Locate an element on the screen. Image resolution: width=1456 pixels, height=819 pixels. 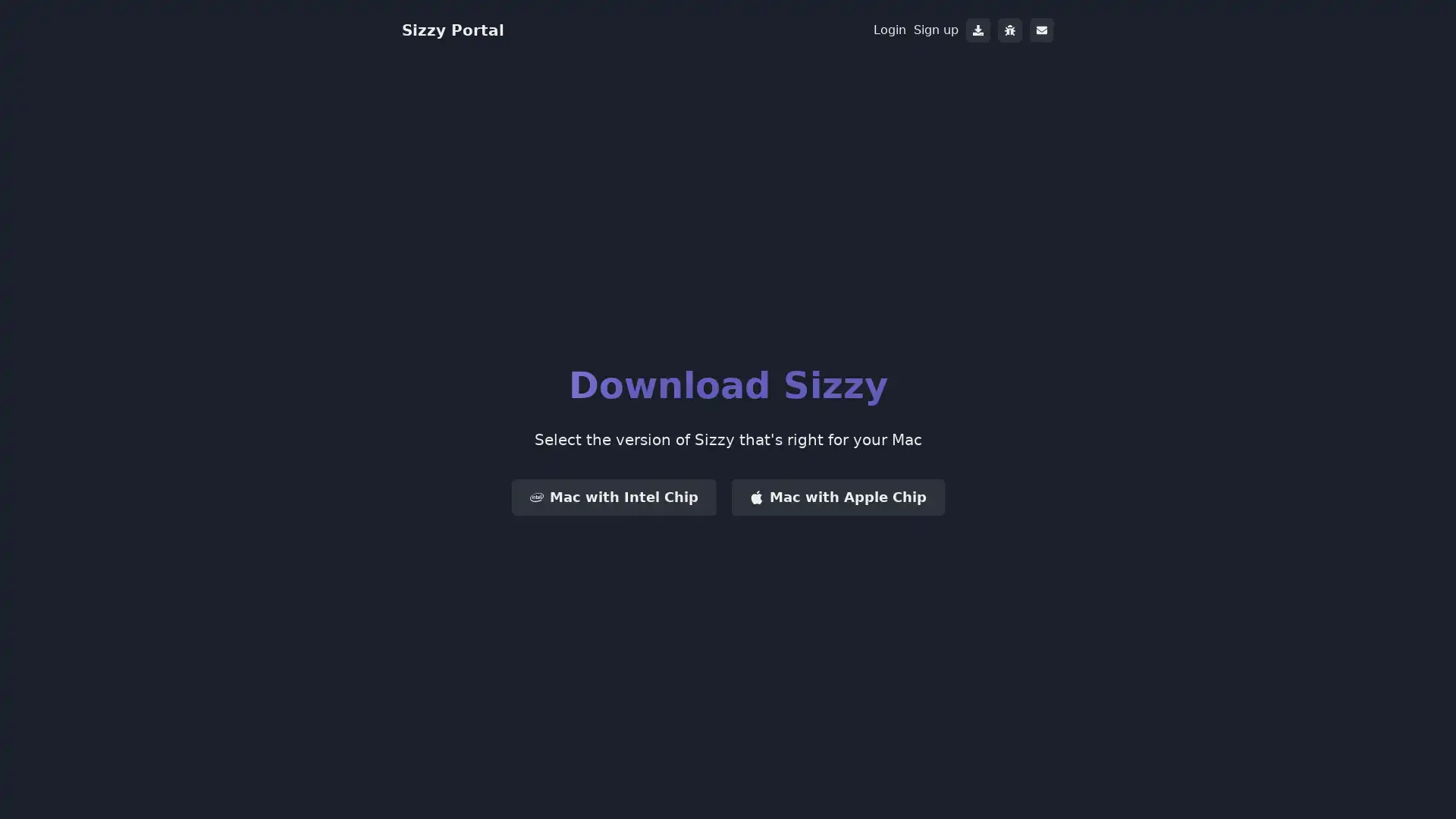
Mac with Apple Chip is located at coordinates (836, 497).